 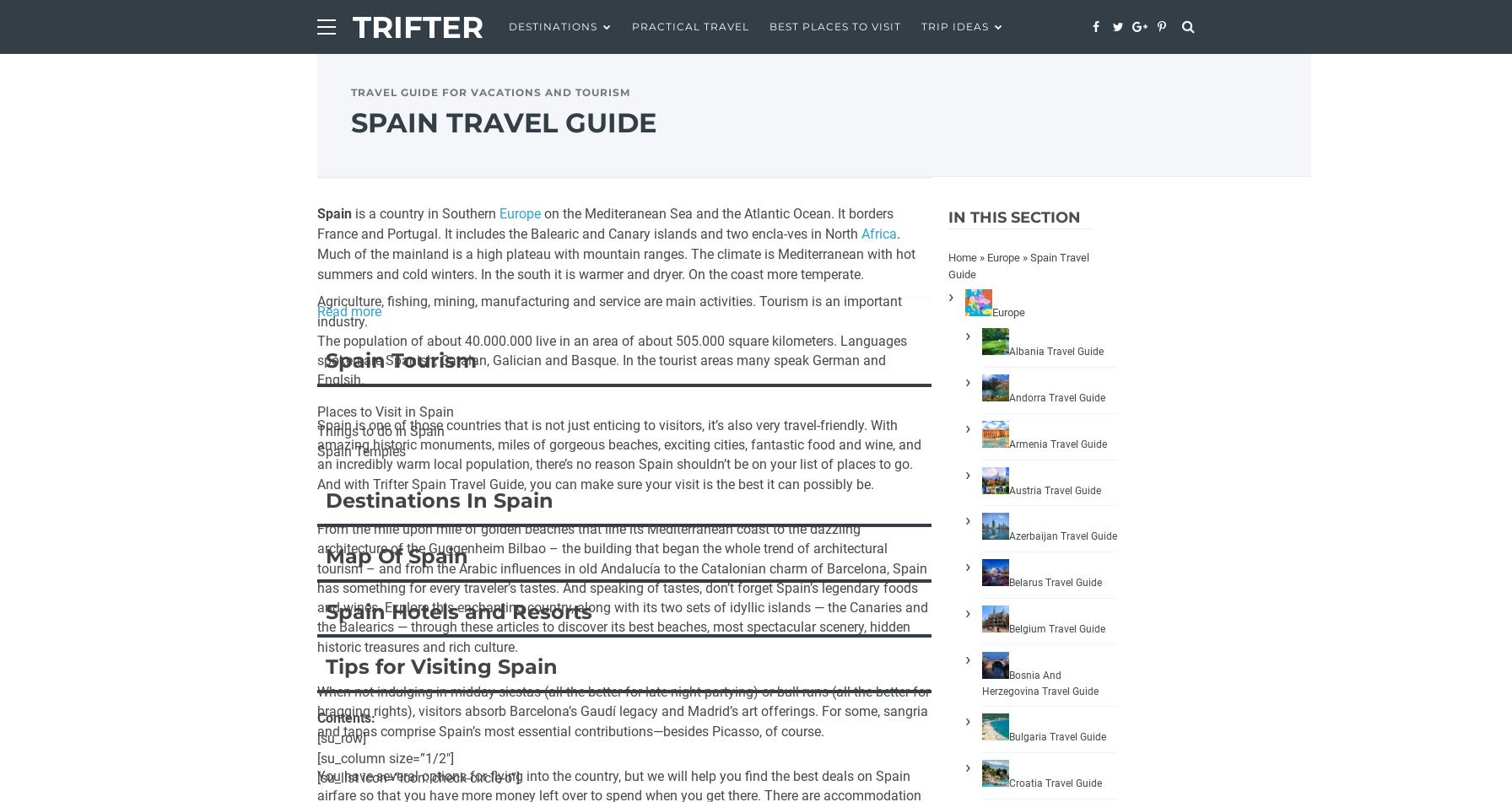 What do you see at coordinates (609, 311) in the screenshot?
I see `'Agriculture, fishing, mining, manufacturing and service are main activities. Tourism is an important industry.'` at bounding box center [609, 311].